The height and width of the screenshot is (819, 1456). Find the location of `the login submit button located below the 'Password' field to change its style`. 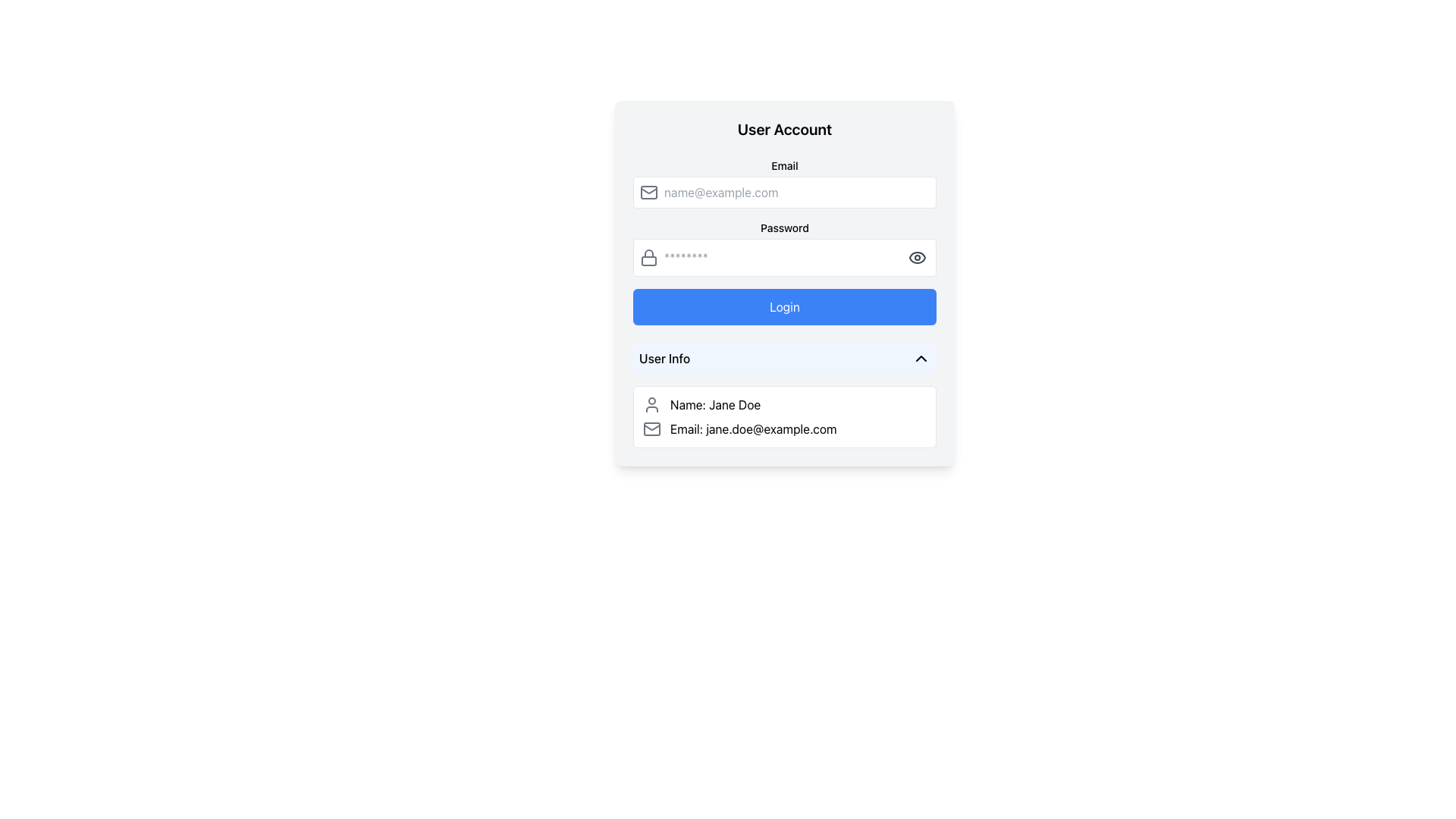

the login submit button located below the 'Password' field to change its style is located at coordinates (785, 284).